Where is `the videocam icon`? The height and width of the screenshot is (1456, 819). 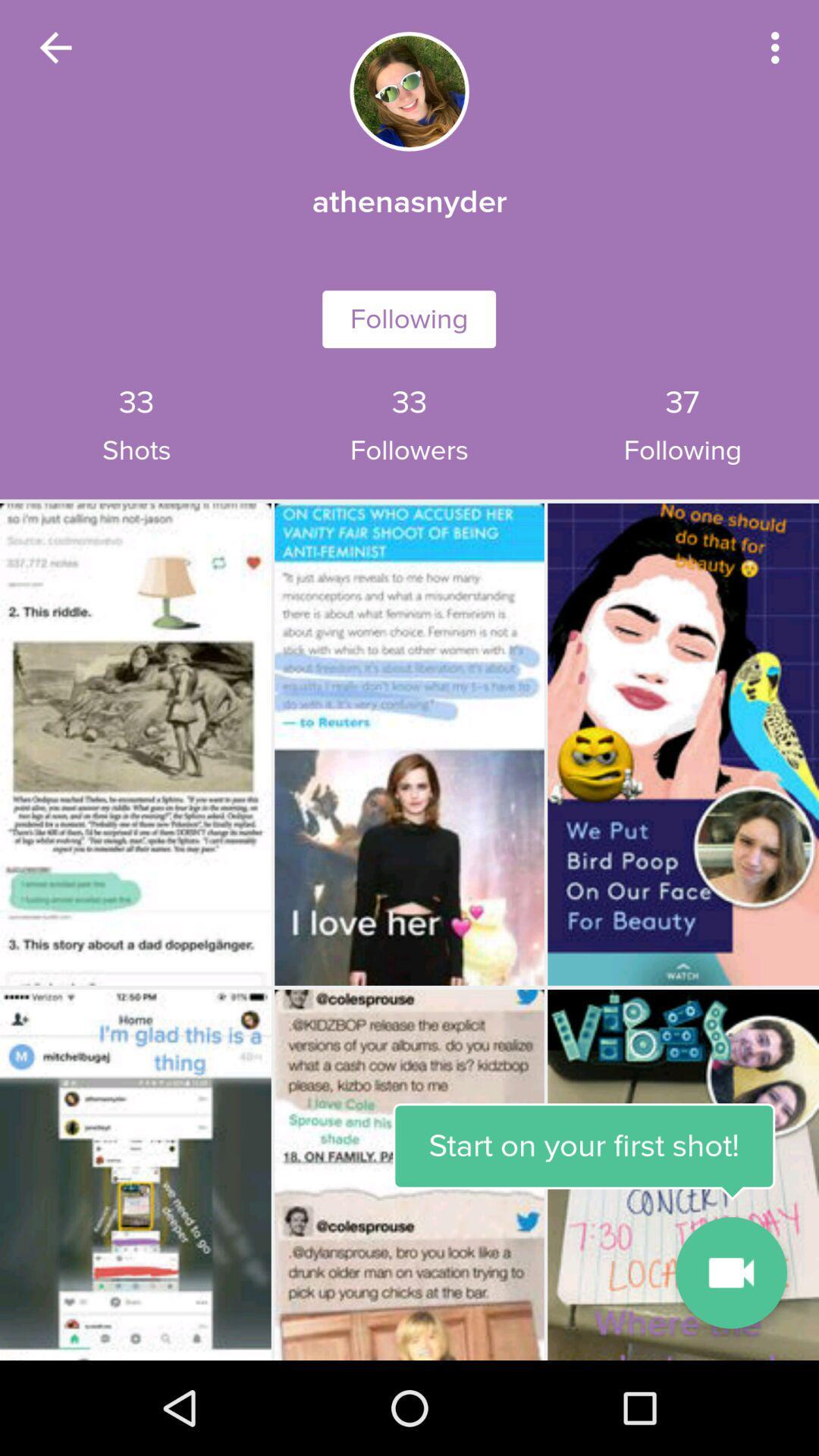
the videocam icon is located at coordinates (730, 1272).